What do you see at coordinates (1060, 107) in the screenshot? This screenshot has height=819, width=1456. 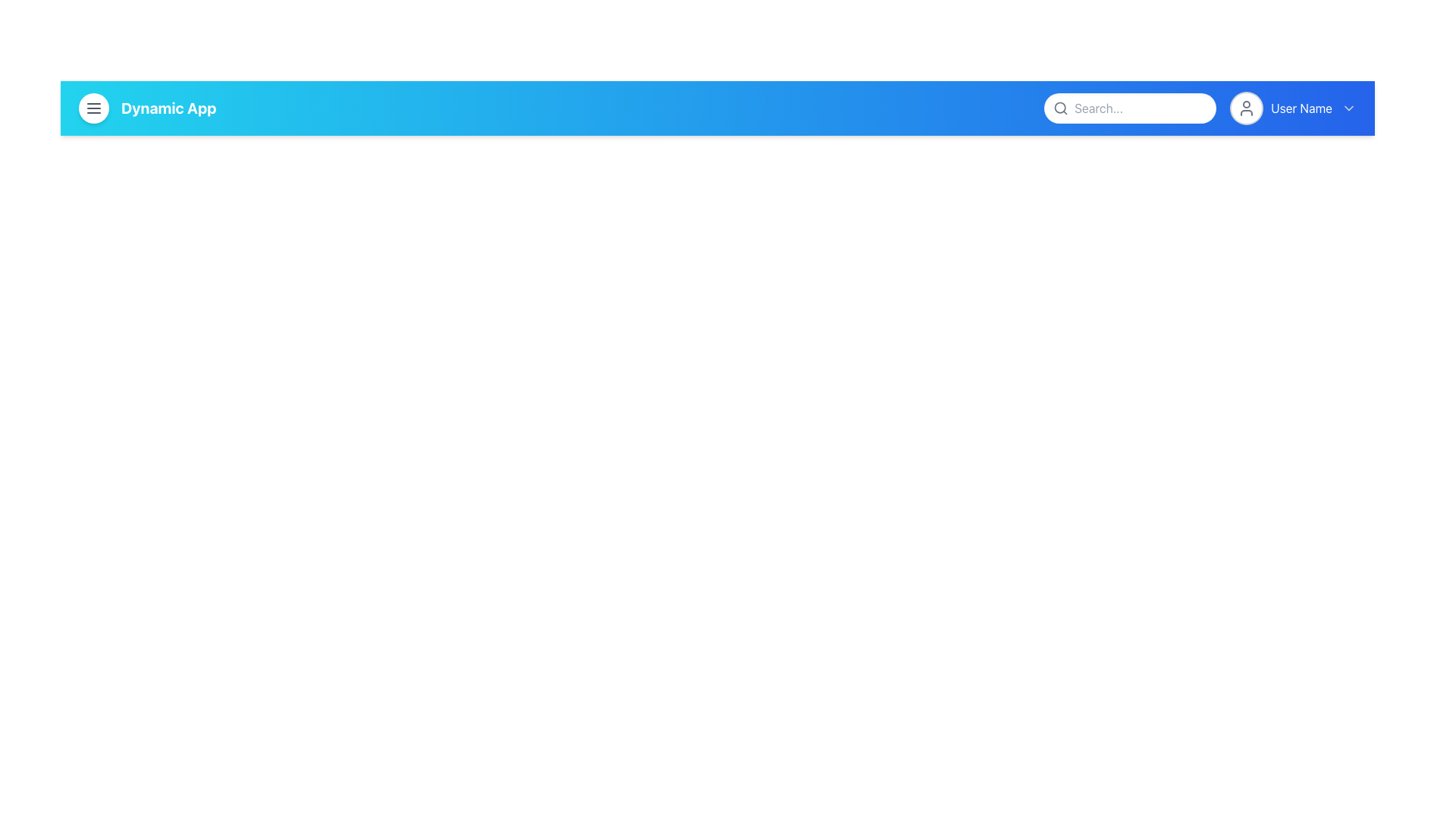 I see `the SVG magnifying glass icon located at the leftmost side of the search bar` at bounding box center [1060, 107].